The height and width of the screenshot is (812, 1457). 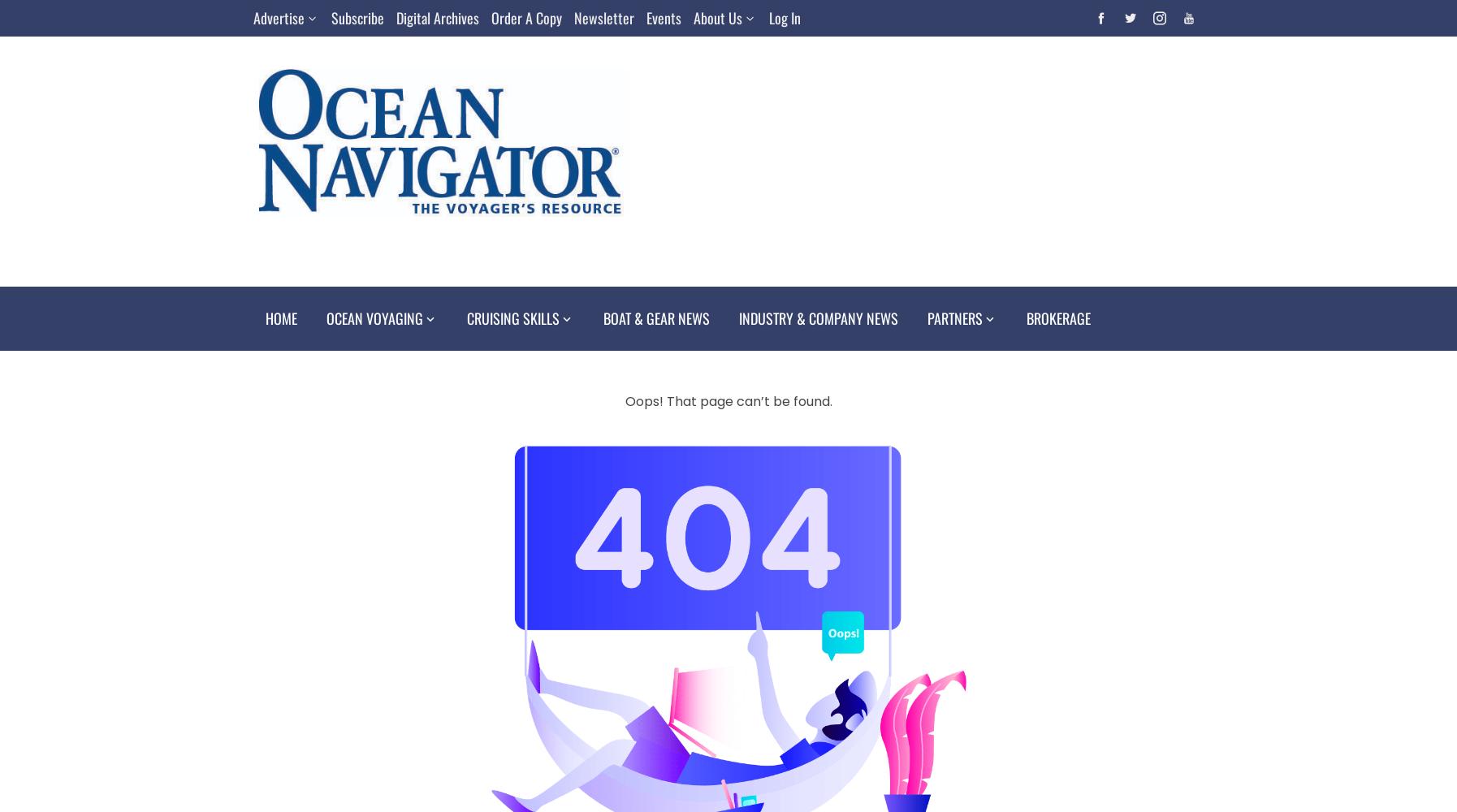 What do you see at coordinates (656, 318) in the screenshot?
I see `'Boat & Gear News'` at bounding box center [656, 318].